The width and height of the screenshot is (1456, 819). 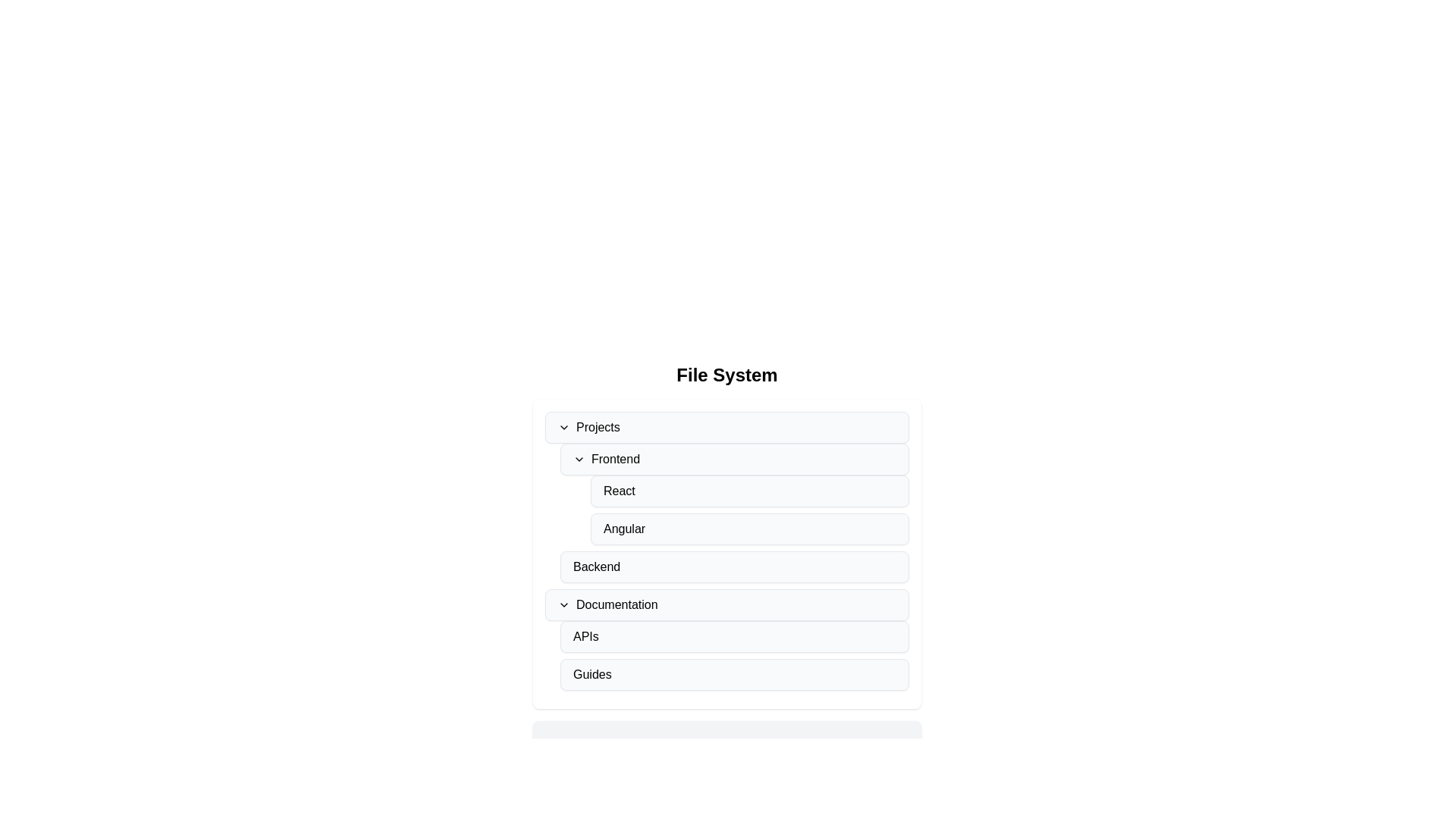 What do you see at coordinates (607, 604) in the screenshot?
I see `the 'Documentation' text label with an associated interactive icon` at bounding box center [607, 604].